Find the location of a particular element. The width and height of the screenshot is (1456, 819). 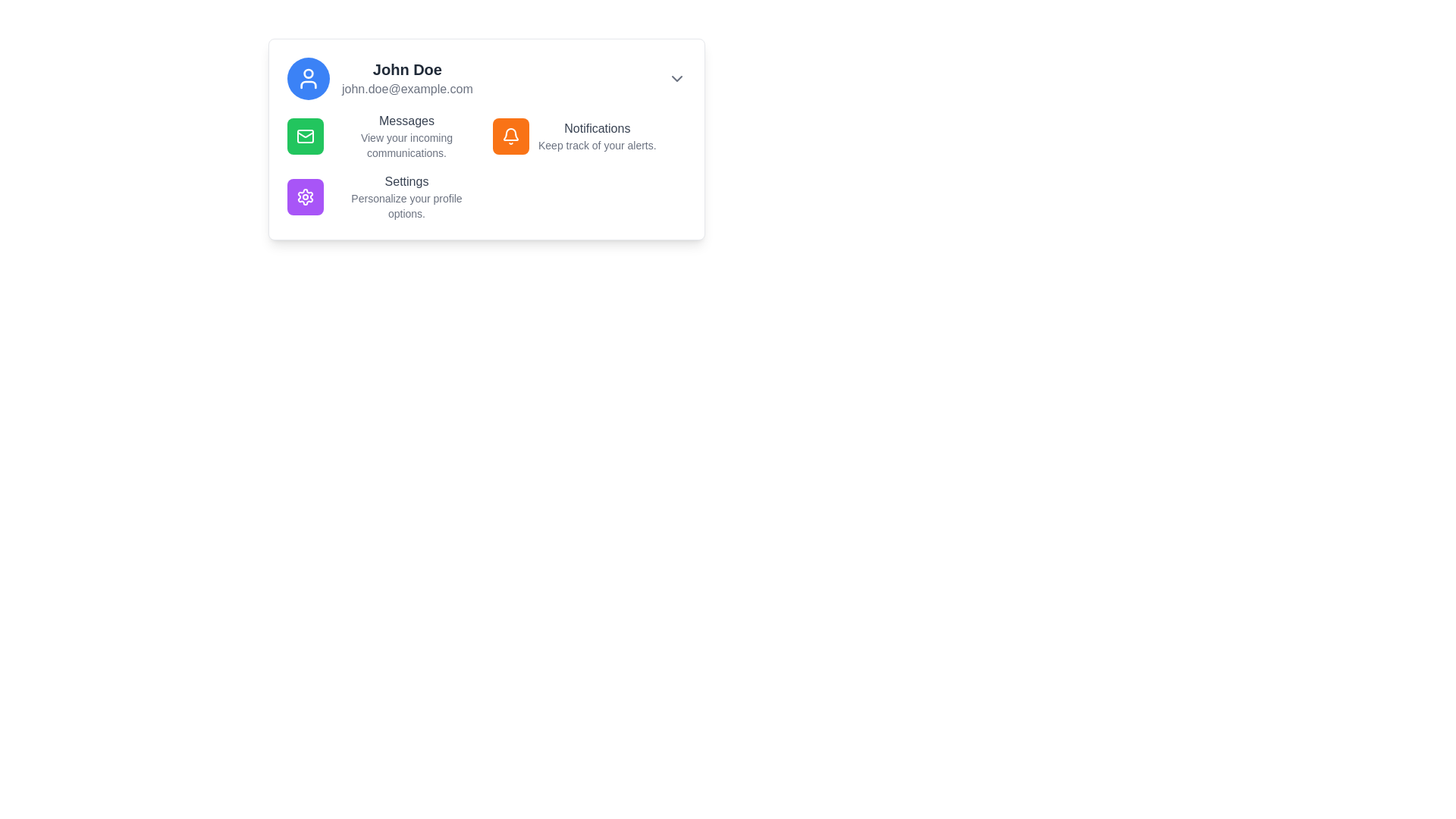

the cogwheel icon located at the bottom left corner of the user's information section, which has a purple background and signifies 'Settings' is located at coordinates (305, 196).